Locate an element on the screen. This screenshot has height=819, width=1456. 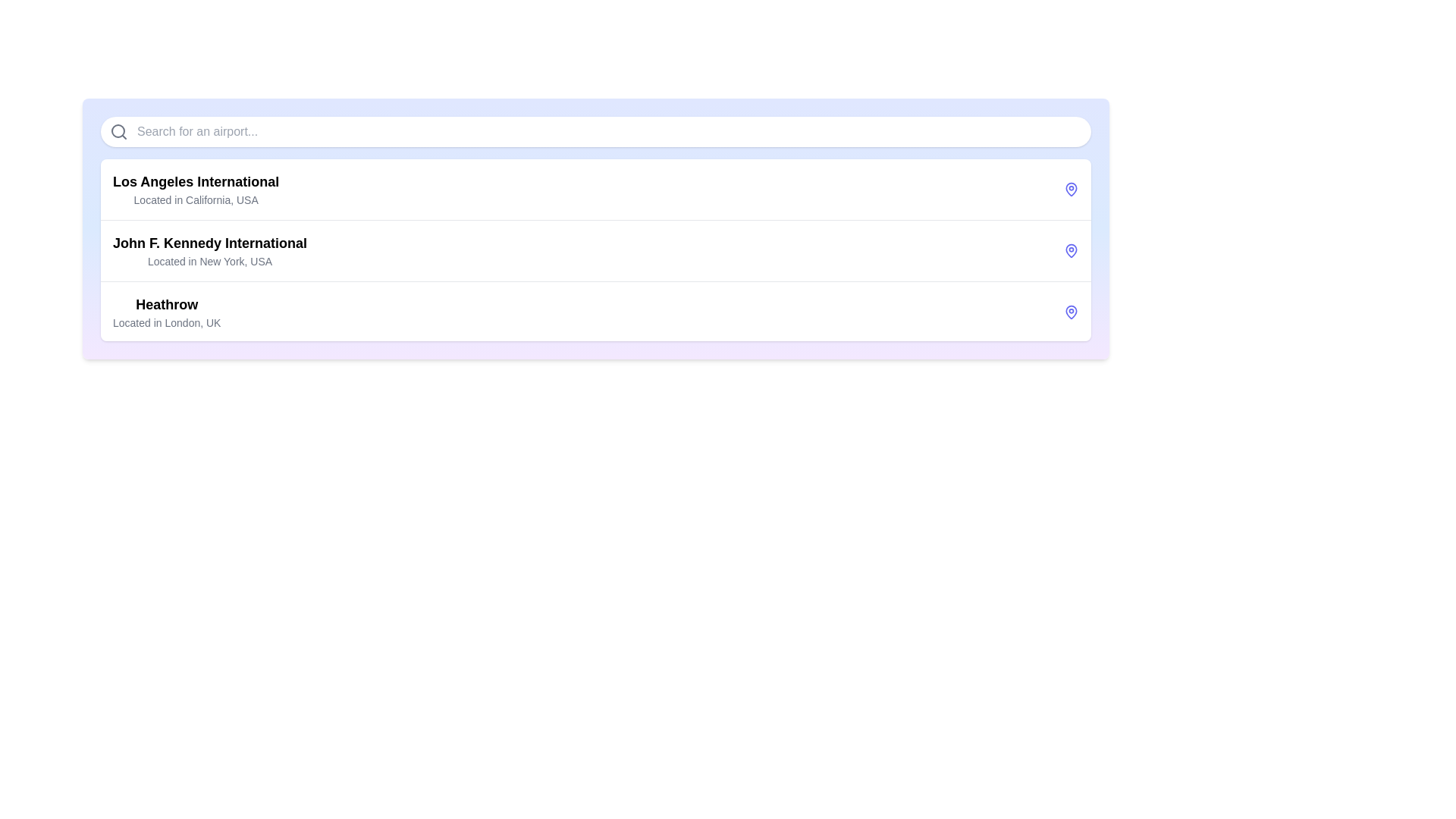
the list item identifying 'Heathrow' is located at coordinates (595, 311).